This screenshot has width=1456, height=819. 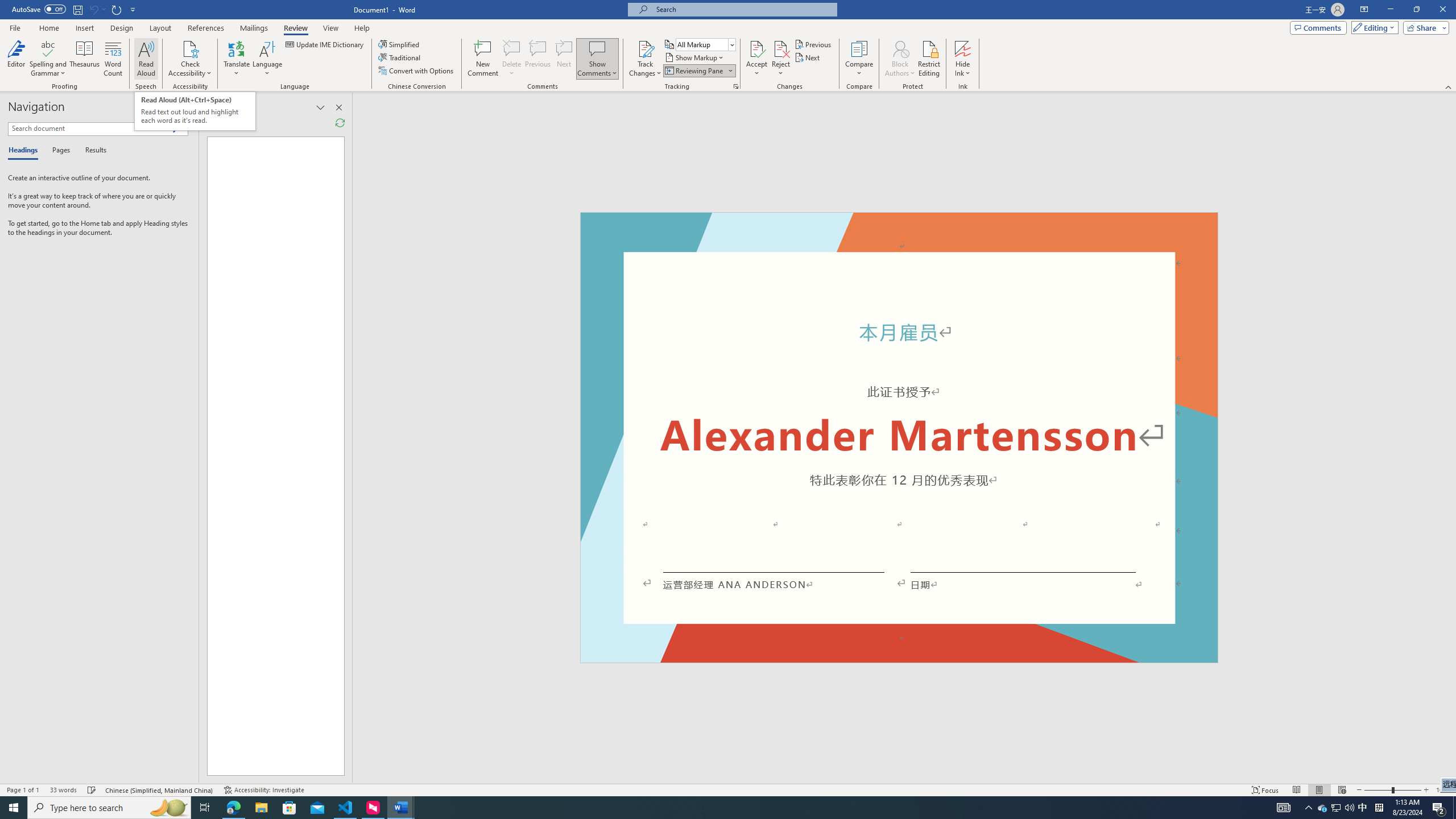 I want to click on 'Language Chinese (Simplified, Mainland China)', so click(x=160, y=790).